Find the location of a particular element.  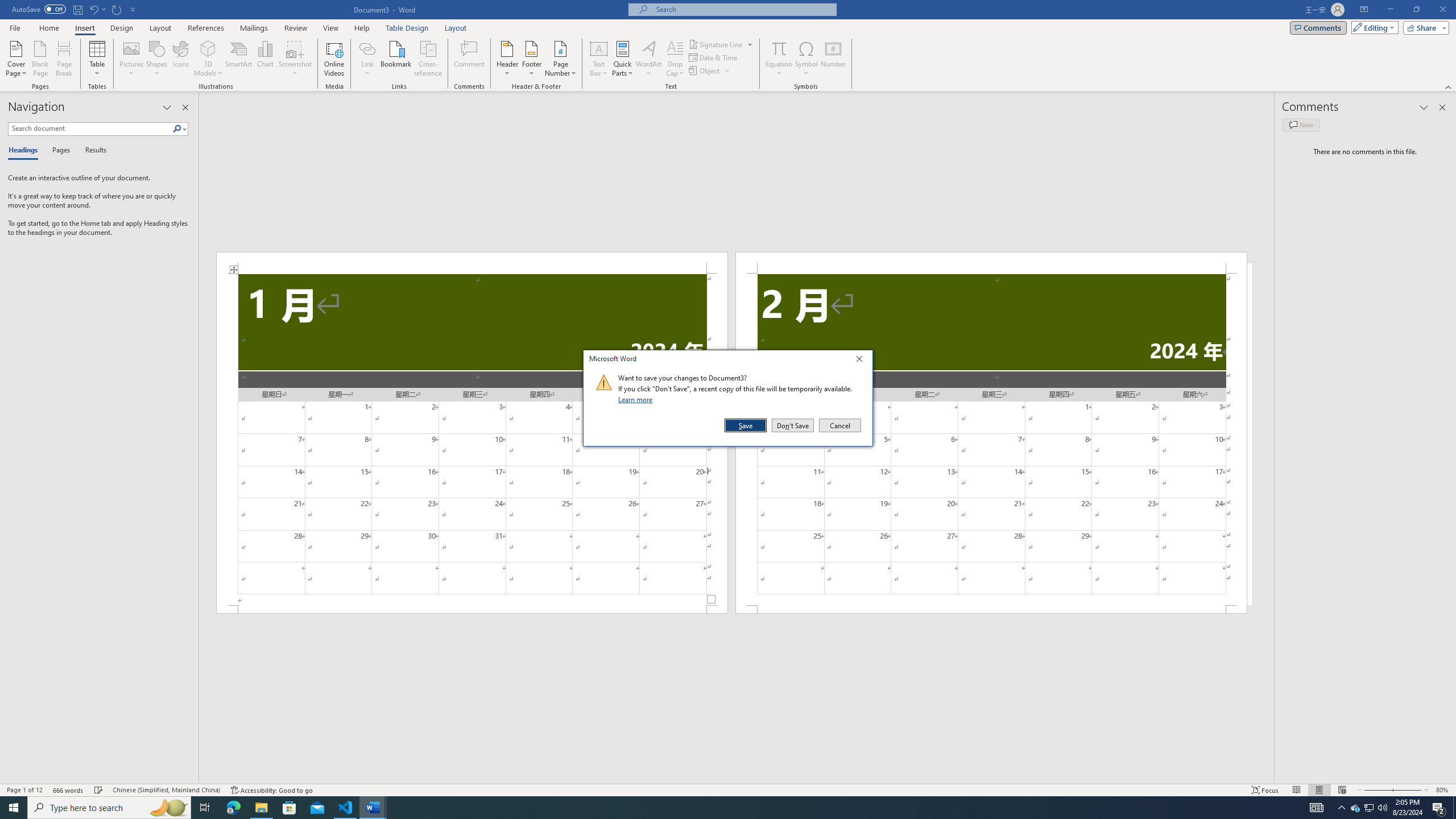

'Footer' is located at coordinates (531, 59).